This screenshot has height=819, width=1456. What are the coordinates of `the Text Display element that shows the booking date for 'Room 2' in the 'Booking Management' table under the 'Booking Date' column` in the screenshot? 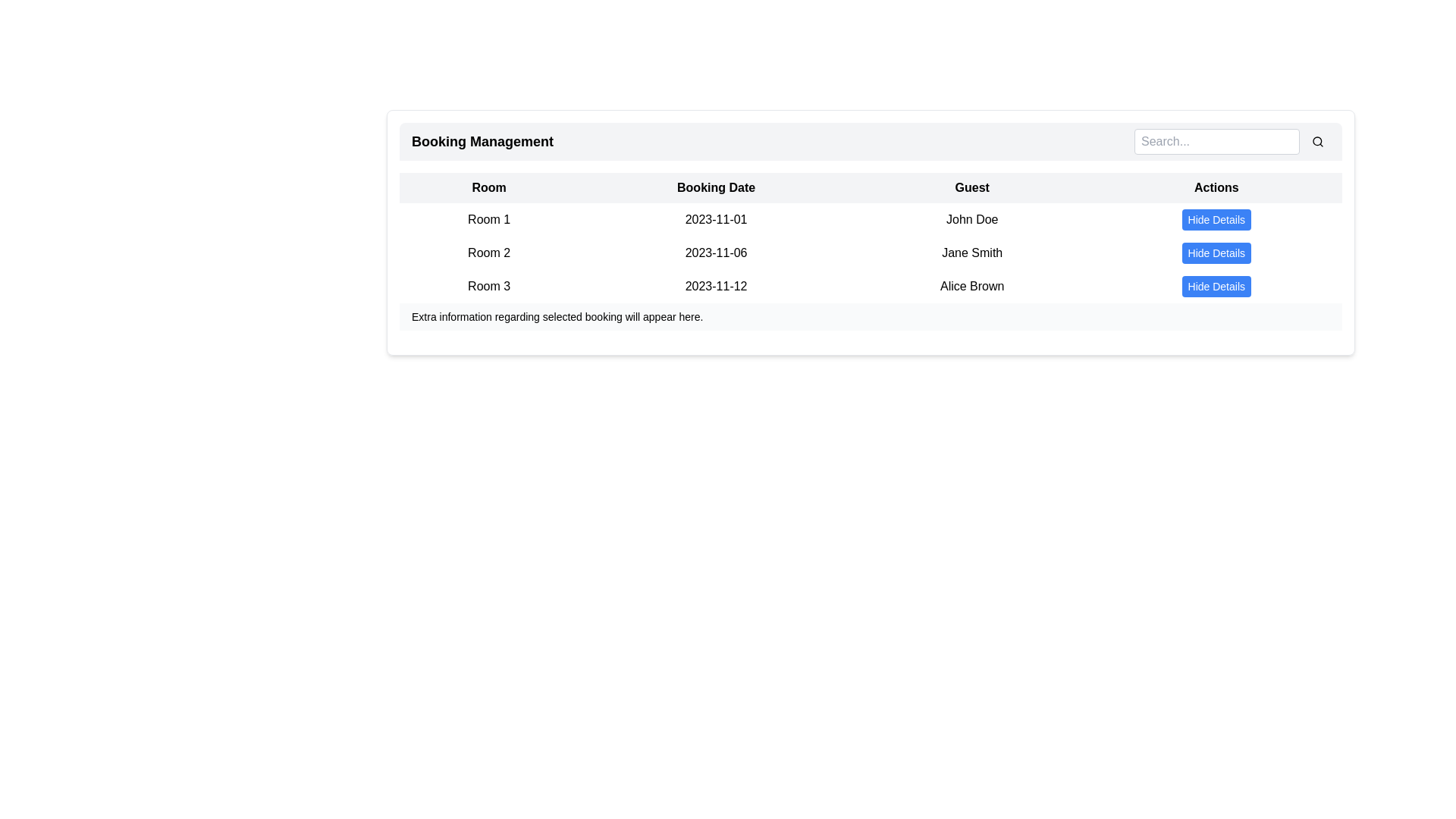 It's located at (715, 253).